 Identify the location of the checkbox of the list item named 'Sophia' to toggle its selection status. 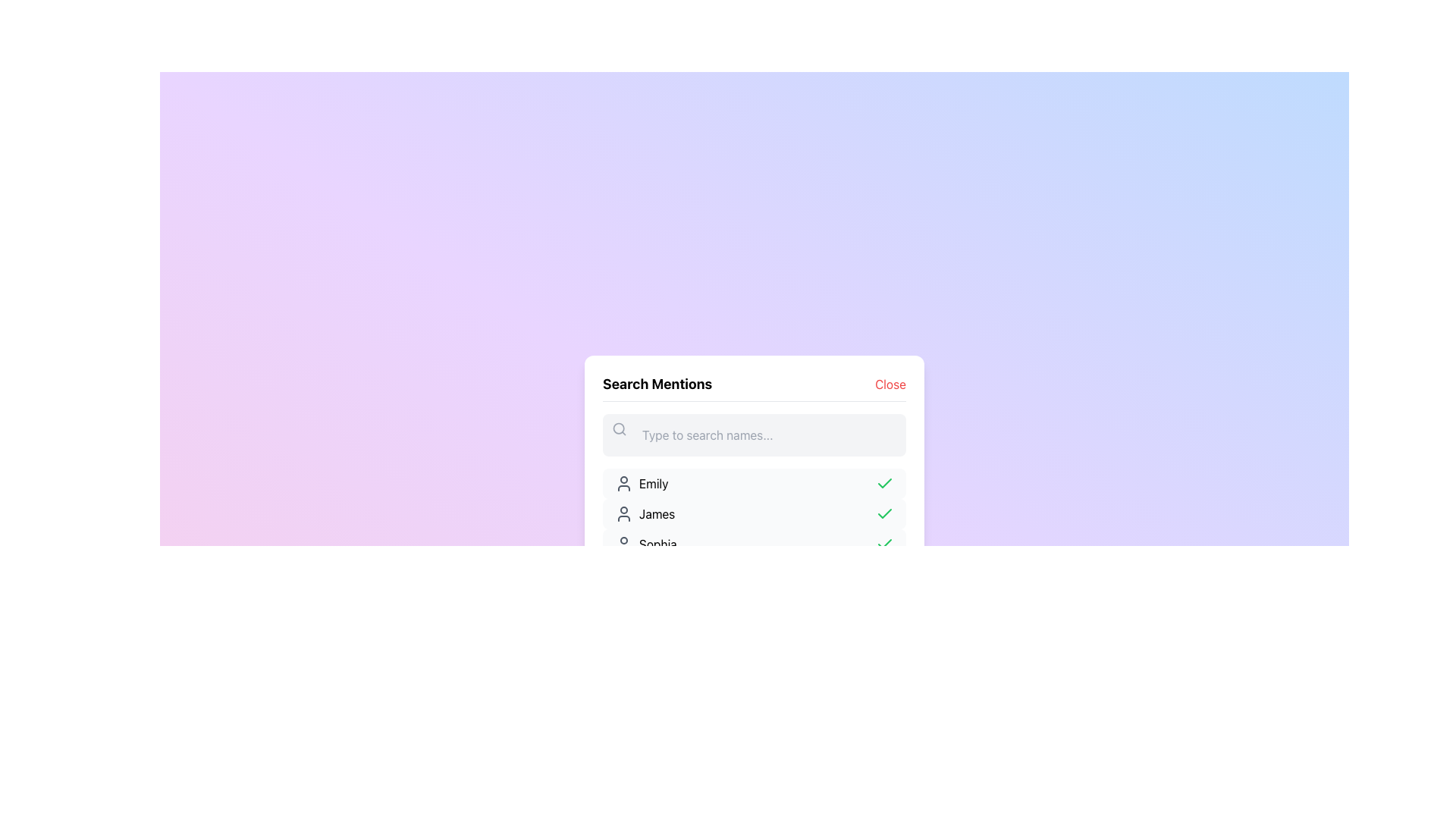
(754, 543).